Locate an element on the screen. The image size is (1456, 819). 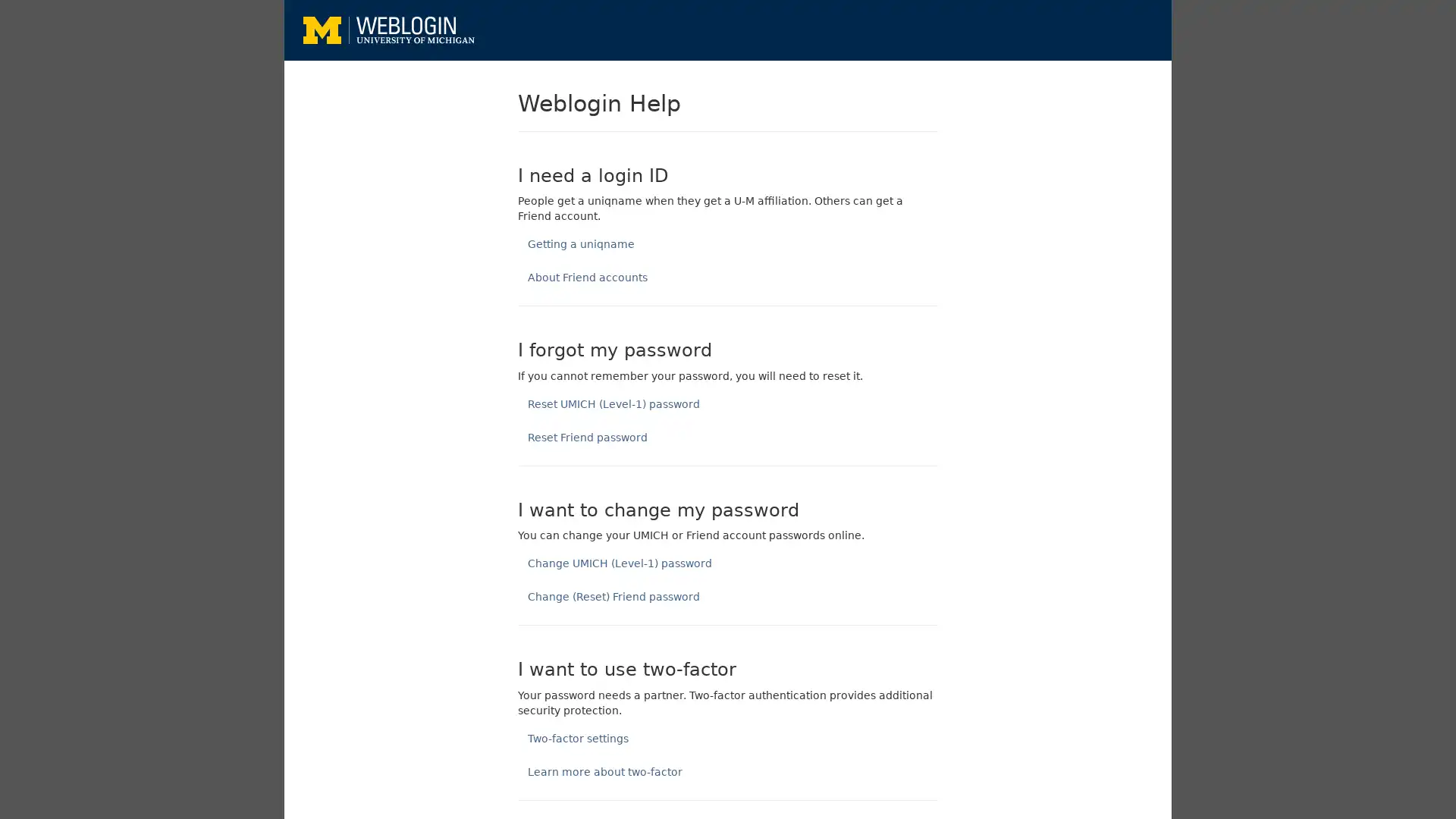
Change UMICH (Level-1) password is located at coordinates (619, 563).